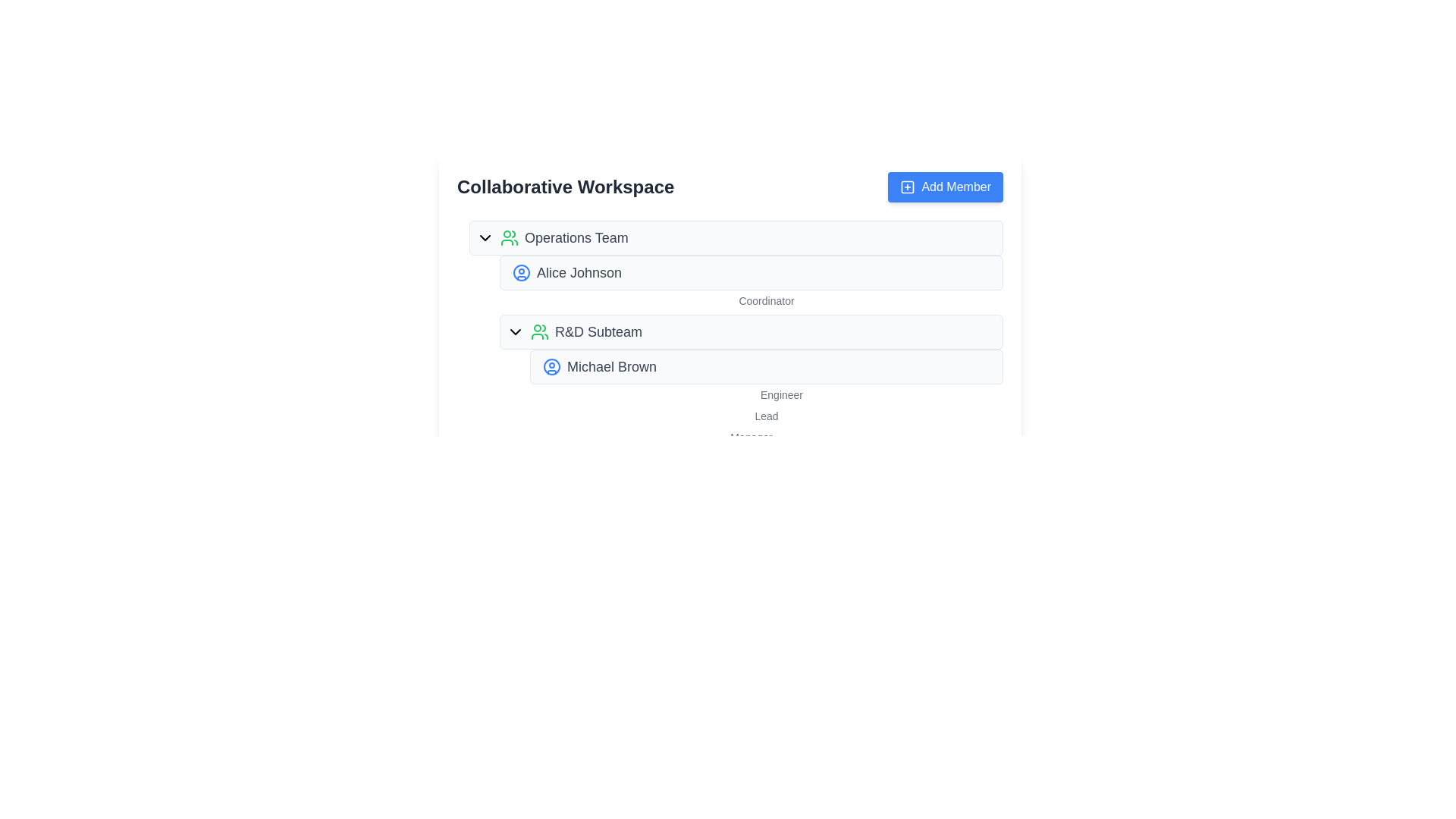 The height and width of the screenshot is (819, 1456). I want to click on the icon-based toggle button located at the top of the interface, aligned with the 'Operations Team' label, so click(484, 237).